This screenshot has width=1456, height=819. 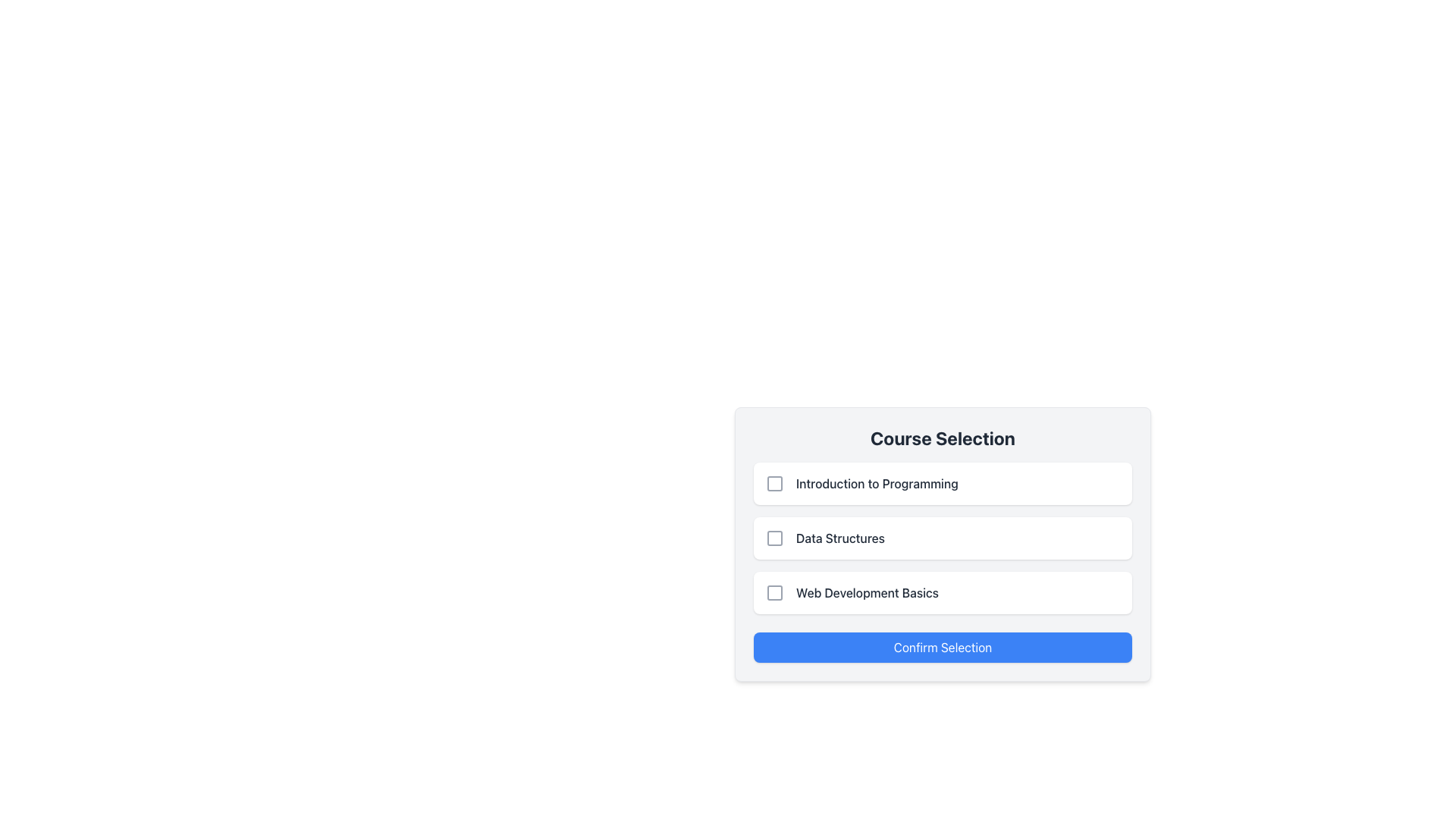 What do you see at coordinates (942, 592) in the screenshot?
I see `the 'Web Development Basics' option, which is the third item in the course selection list` at bounding box center [942, 592].